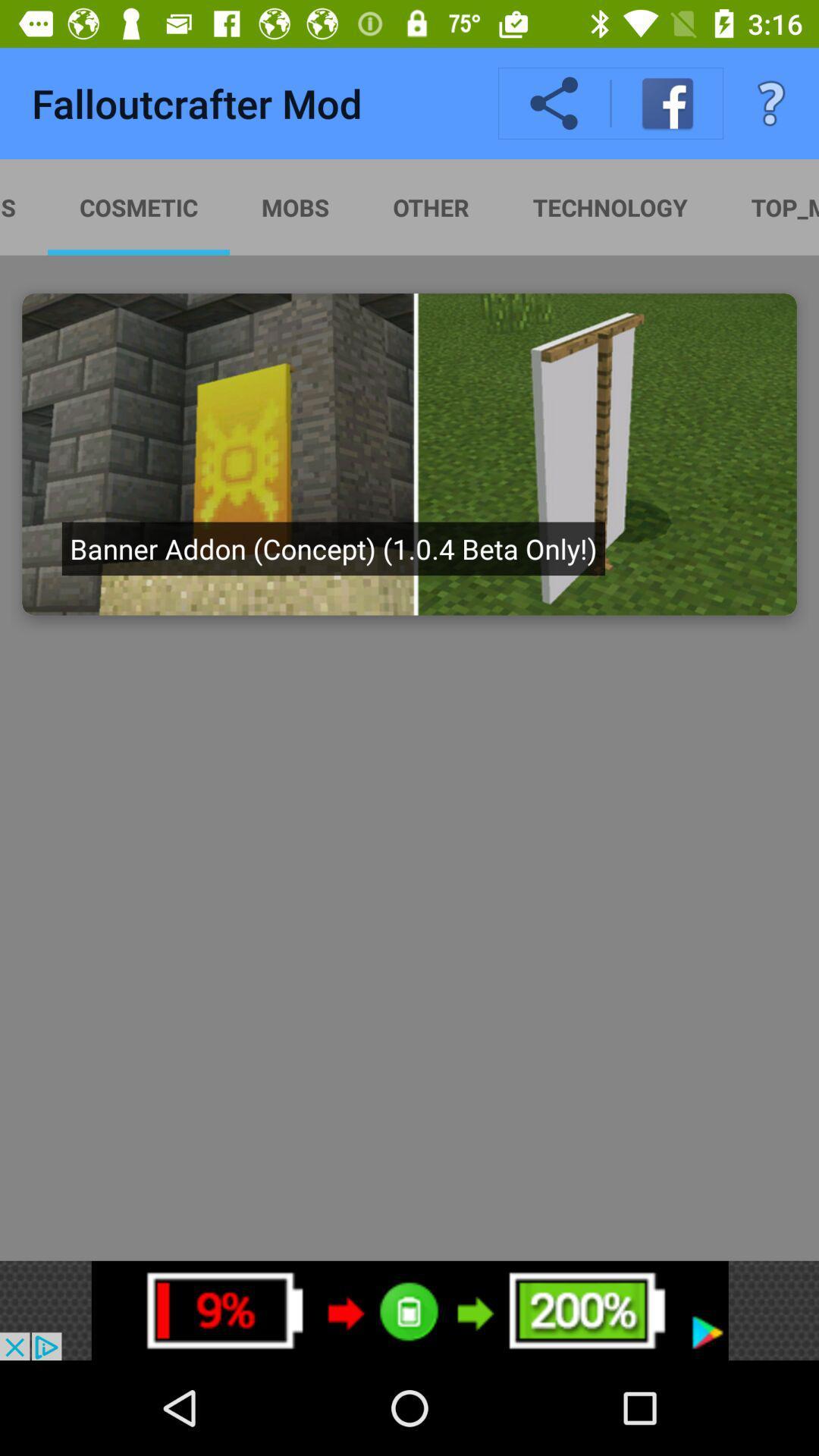  I want to click on facebook icon, so click(667, 103).